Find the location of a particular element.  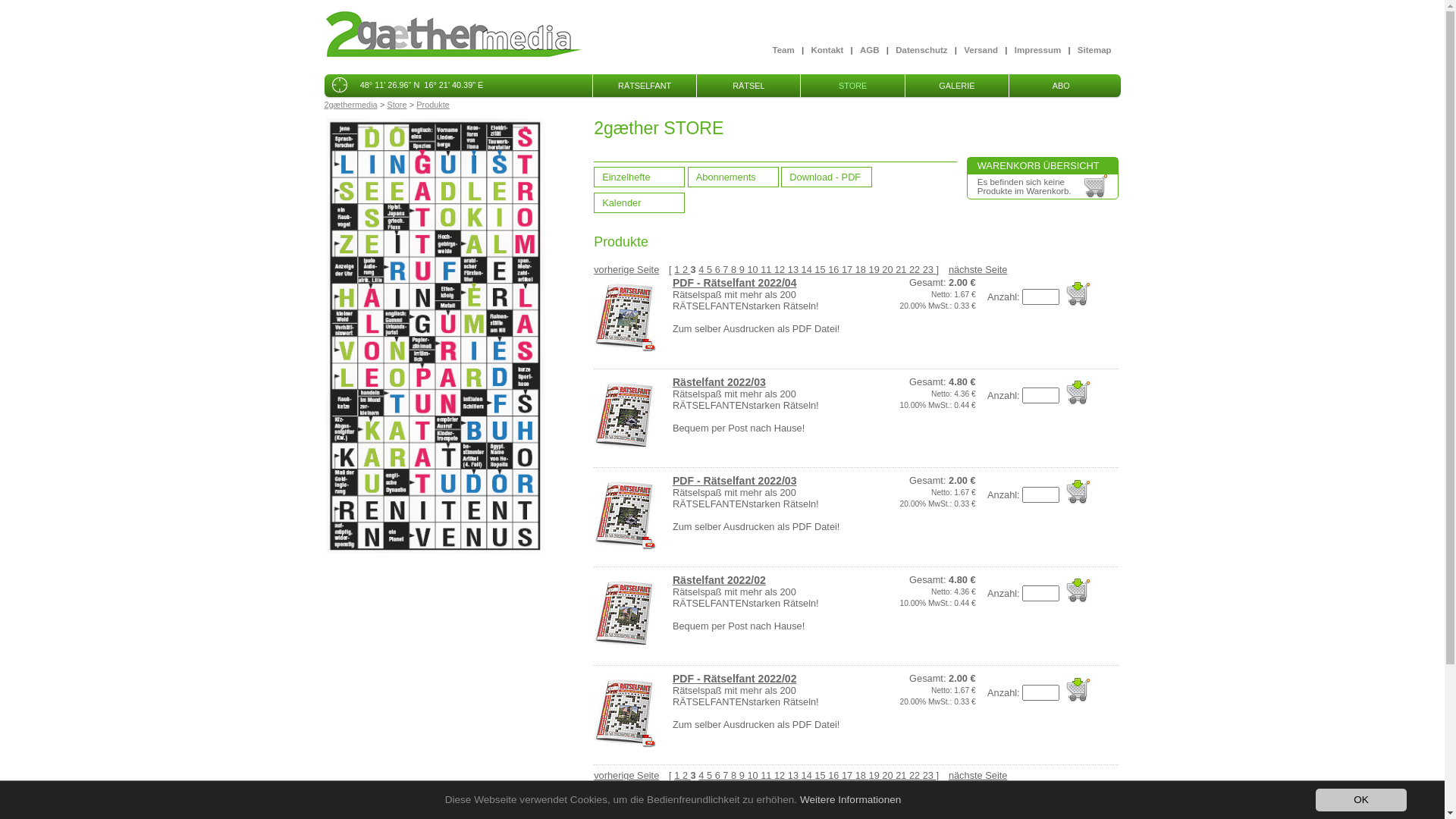

'19' is located at coordinates (869, 775).